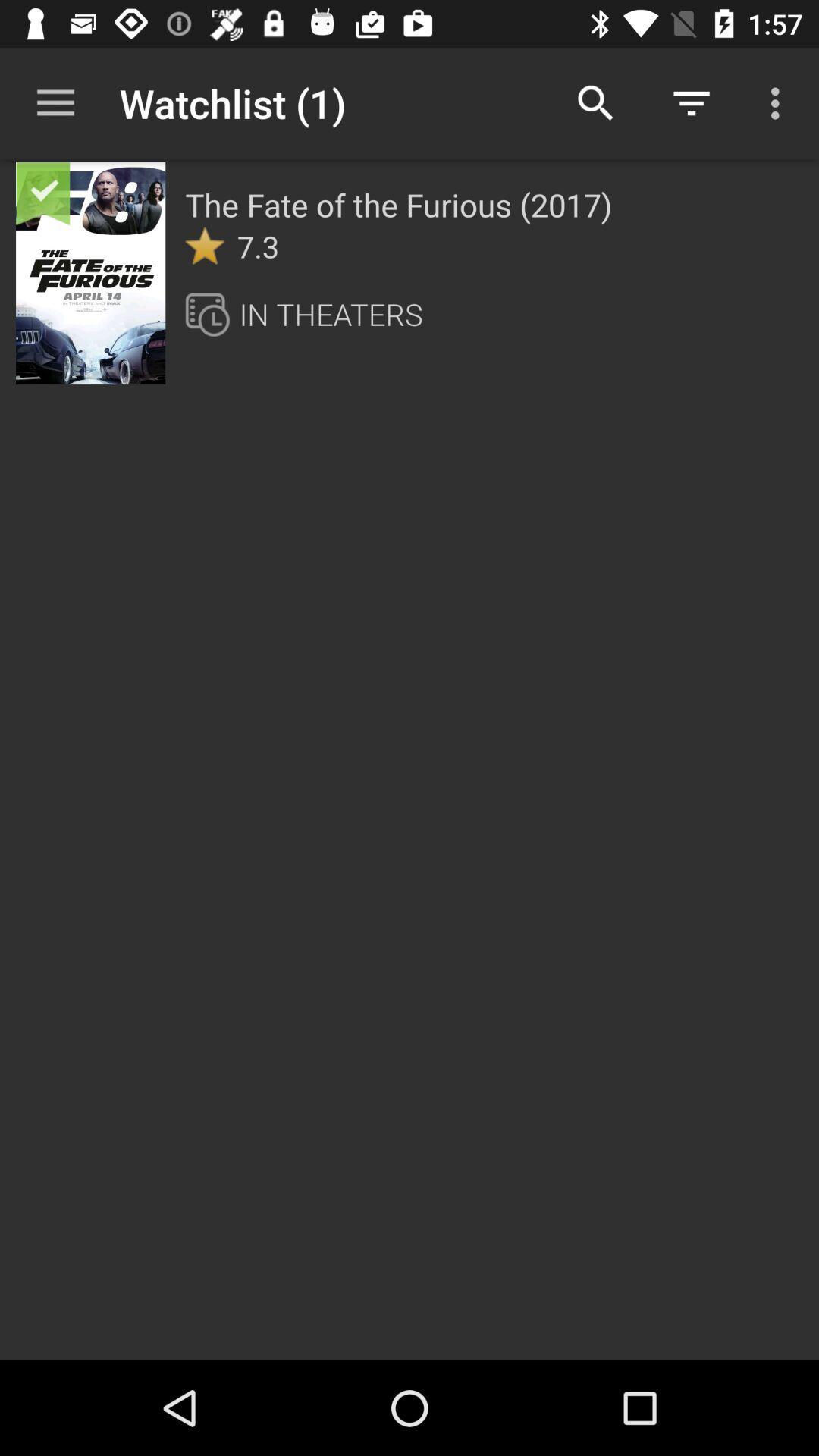 The image size is (819, 1456). I want to click on icon below the 7.3 item, so click(212, 313).